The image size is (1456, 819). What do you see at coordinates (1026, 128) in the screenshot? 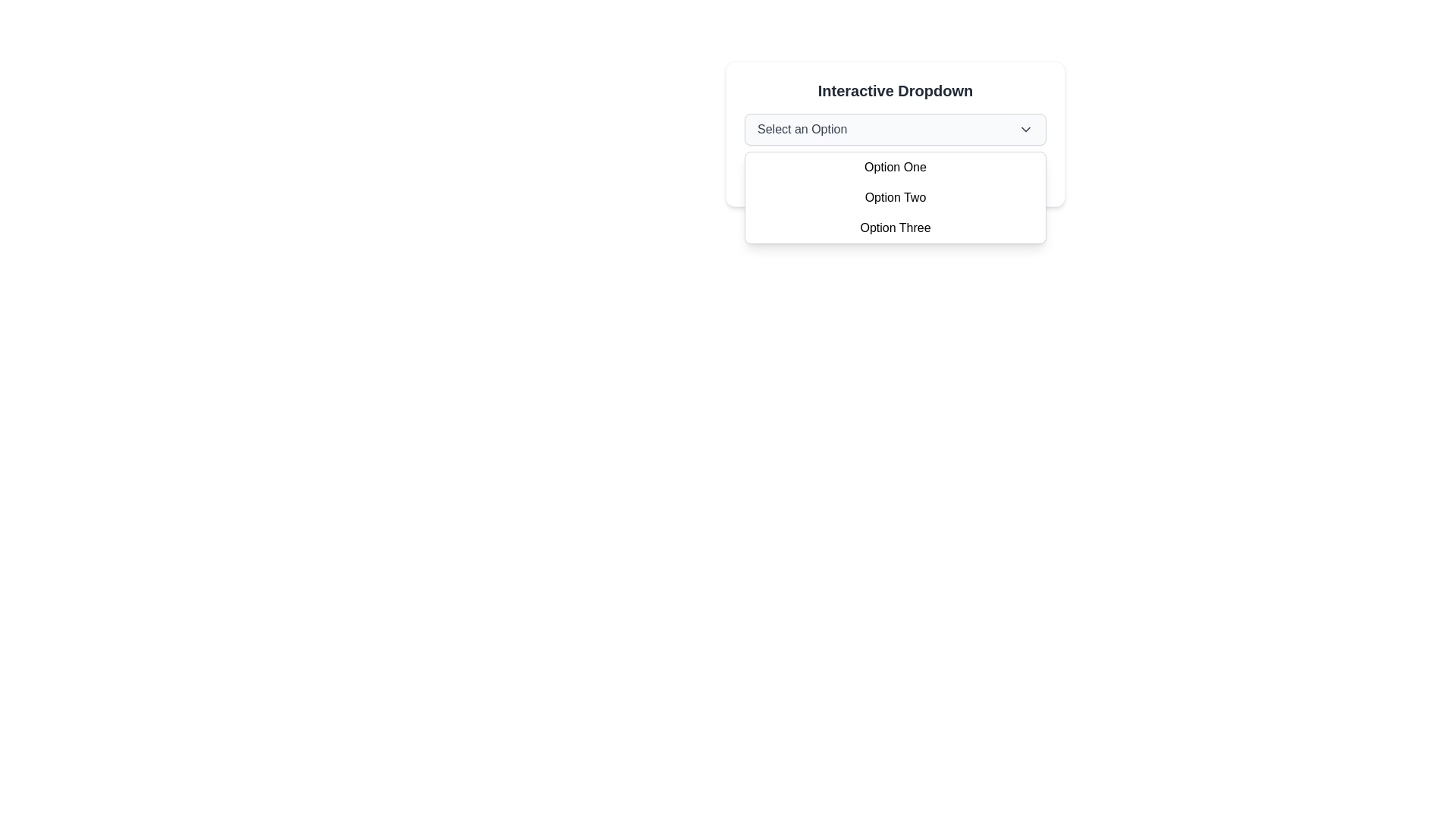
I see `the icon button located to the far right of the 'Select an Option' dropdown` at bounding box center [1026, 128].